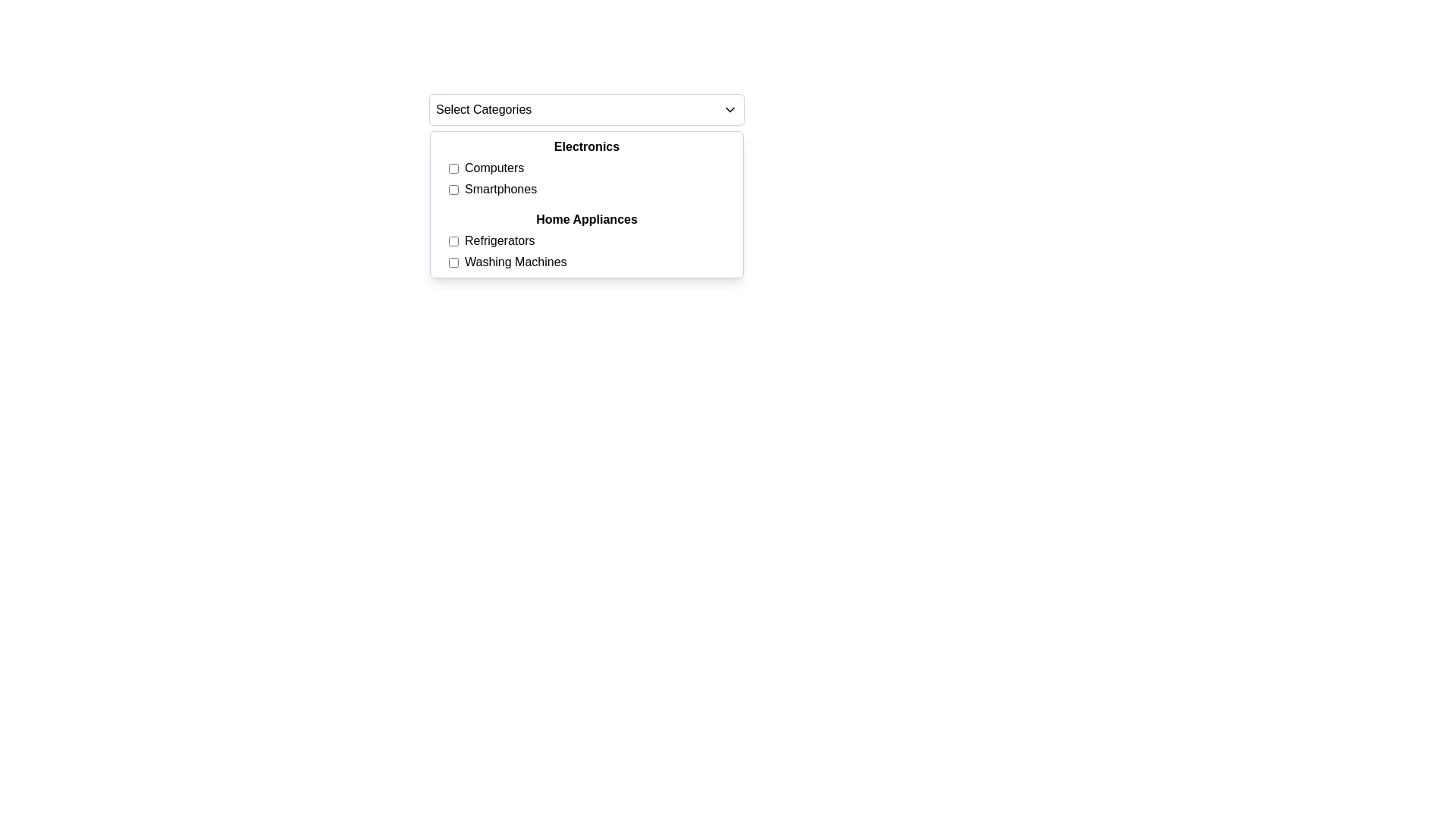  What do you see at coordinates (453, 262) in the screenshot?
I see `the checkbox element located inside the 'Washing Machines' option under 'Home Appliances'` at bounding box center [453, 262].